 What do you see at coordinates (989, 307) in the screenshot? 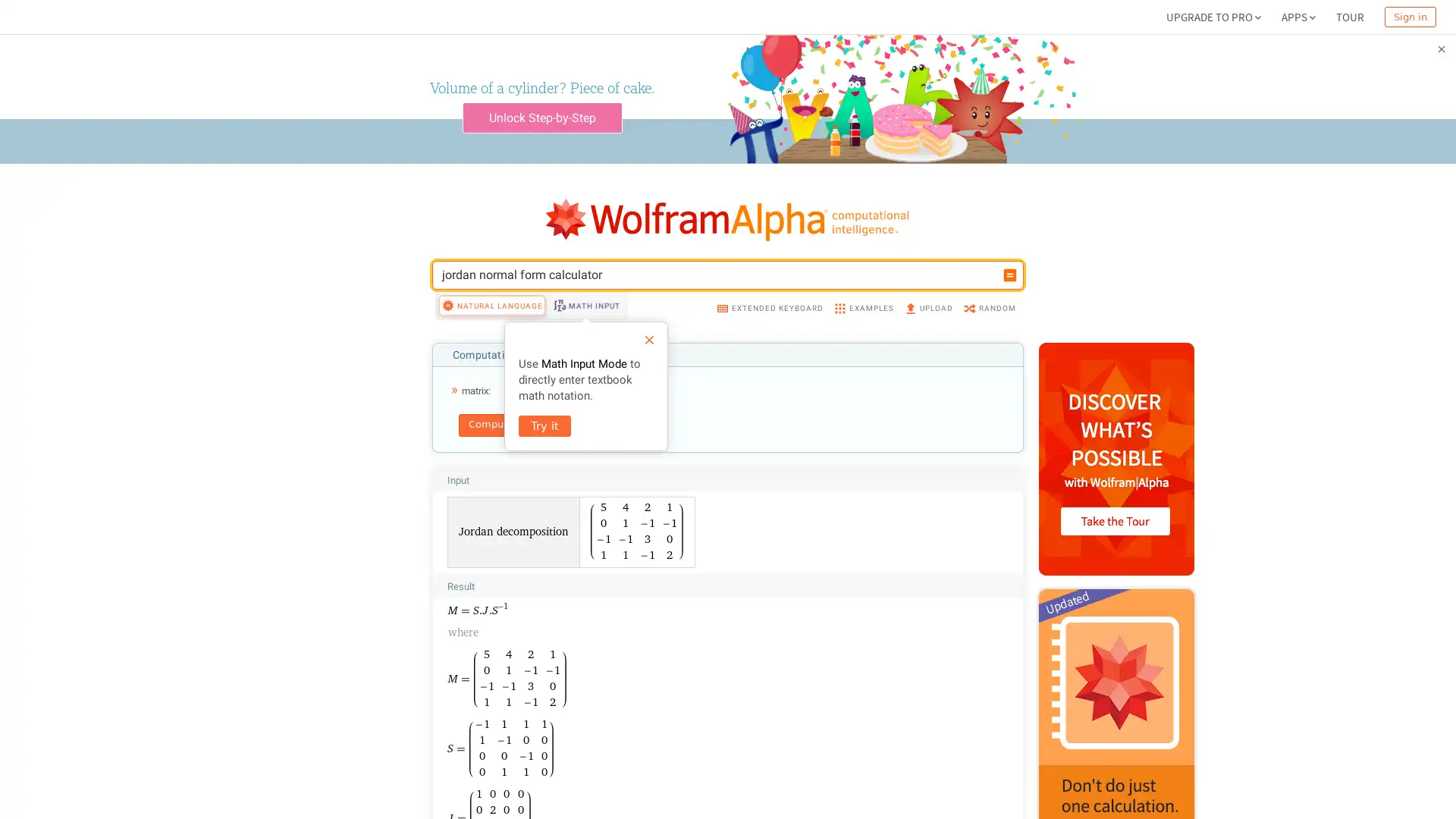
I see `RANDOM` at bounding box center [989, 307].